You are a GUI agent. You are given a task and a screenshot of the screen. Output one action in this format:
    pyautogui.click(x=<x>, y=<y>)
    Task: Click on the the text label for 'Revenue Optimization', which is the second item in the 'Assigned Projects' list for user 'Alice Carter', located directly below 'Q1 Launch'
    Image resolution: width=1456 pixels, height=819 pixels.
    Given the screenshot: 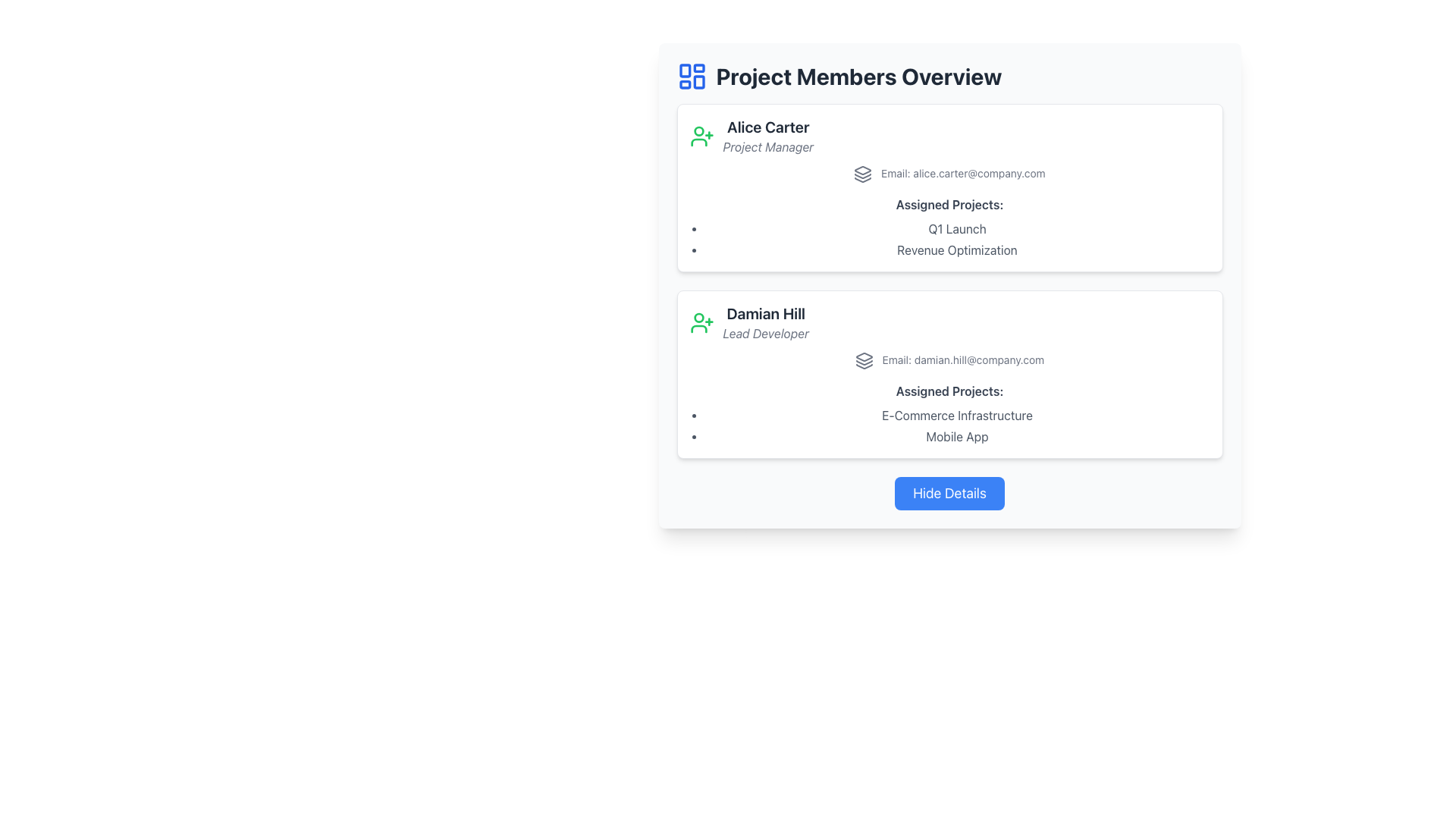 What is the action you would take?
    pyautogui.click(x=956, y=249)
    